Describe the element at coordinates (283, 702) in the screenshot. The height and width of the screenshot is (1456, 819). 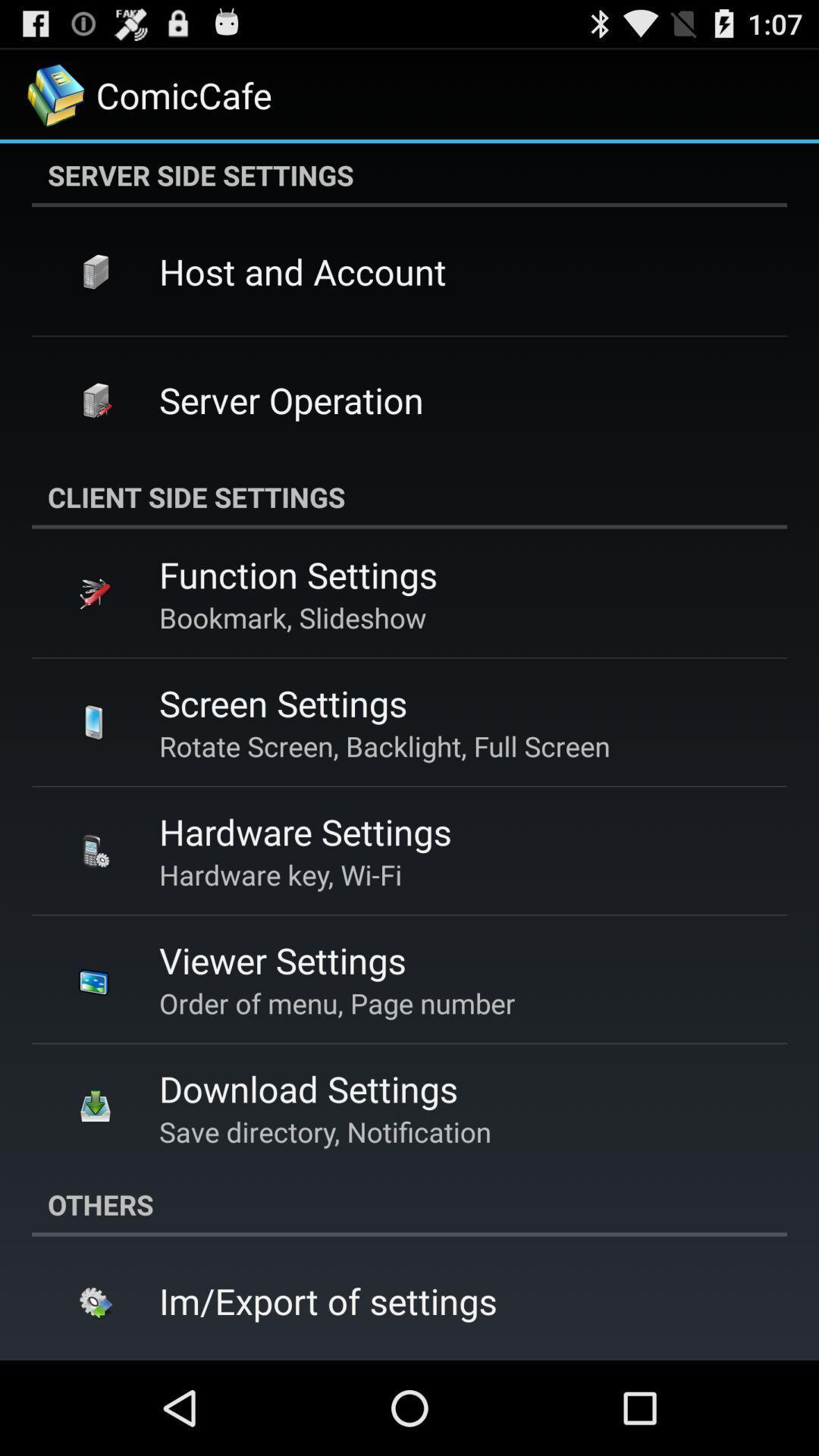
I see `the app above the rotate screen backlight item` at that location.